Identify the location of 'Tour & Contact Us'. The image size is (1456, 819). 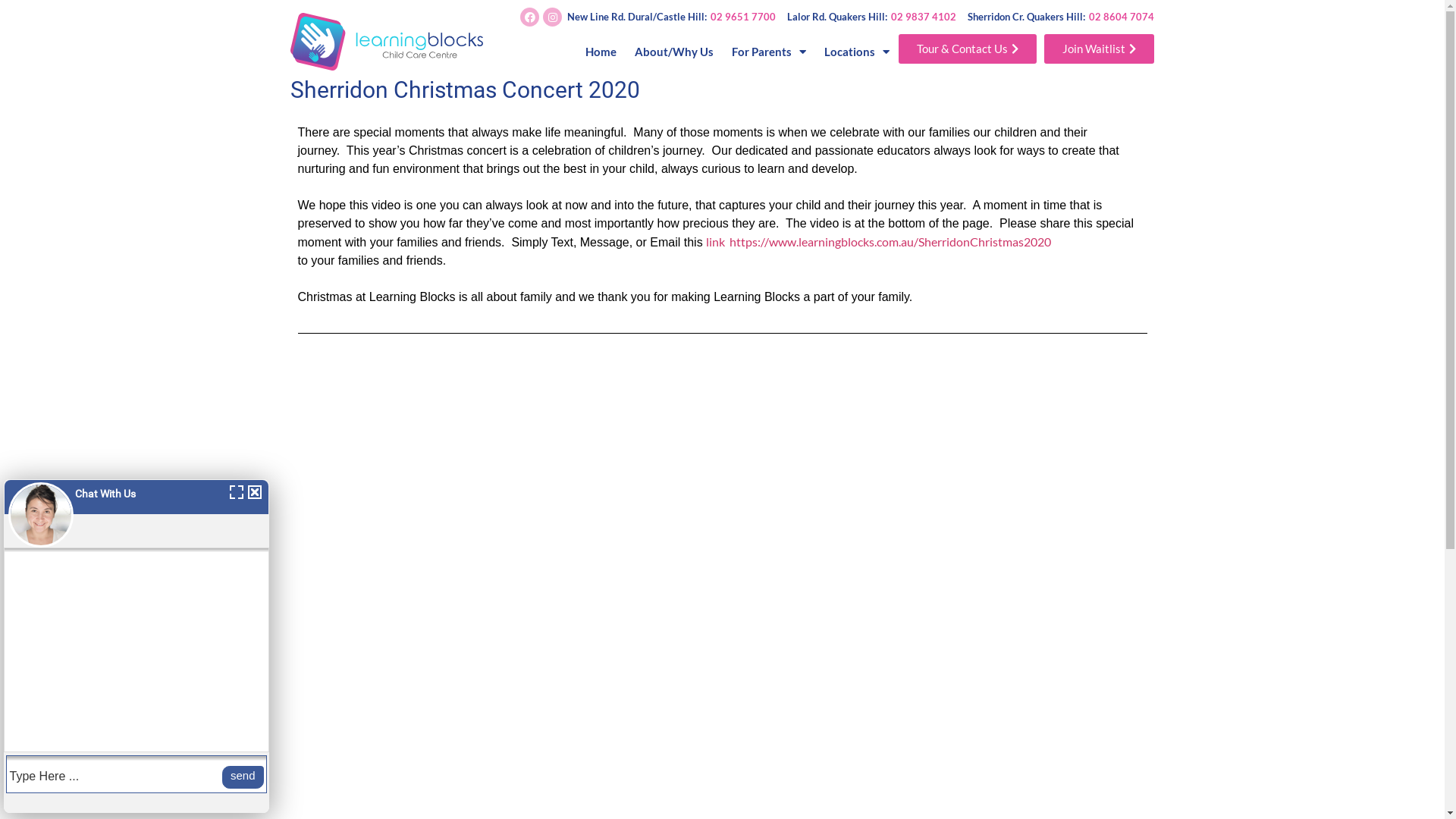
(967, 48).